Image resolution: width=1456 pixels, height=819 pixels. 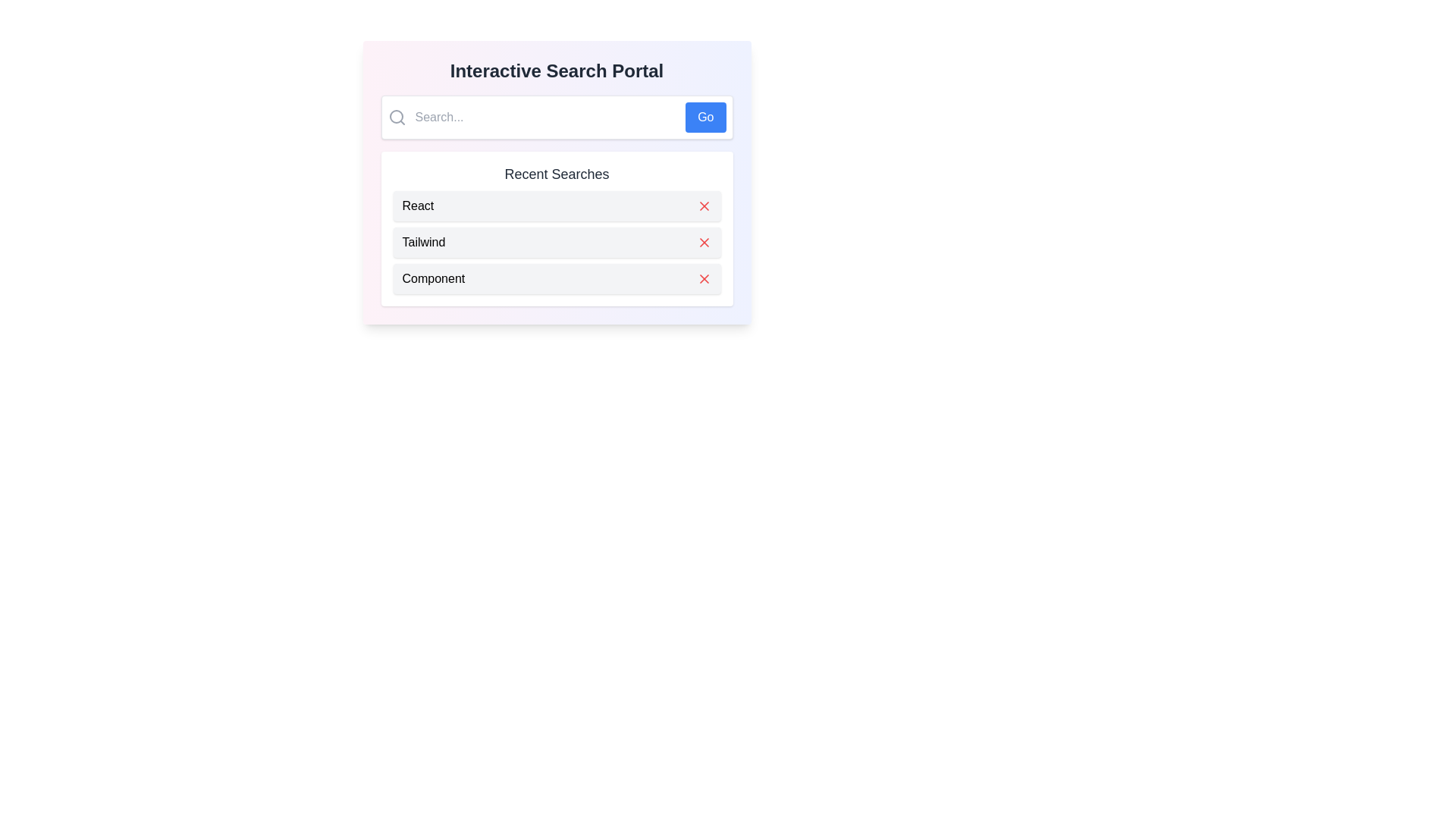 What do you see at coordinates (556, 228) in the screenshot?
I see `the second list item labeled 'Tailwind' within the 'Recent Searches' section to focus on it` at bounding box center [556, 228].